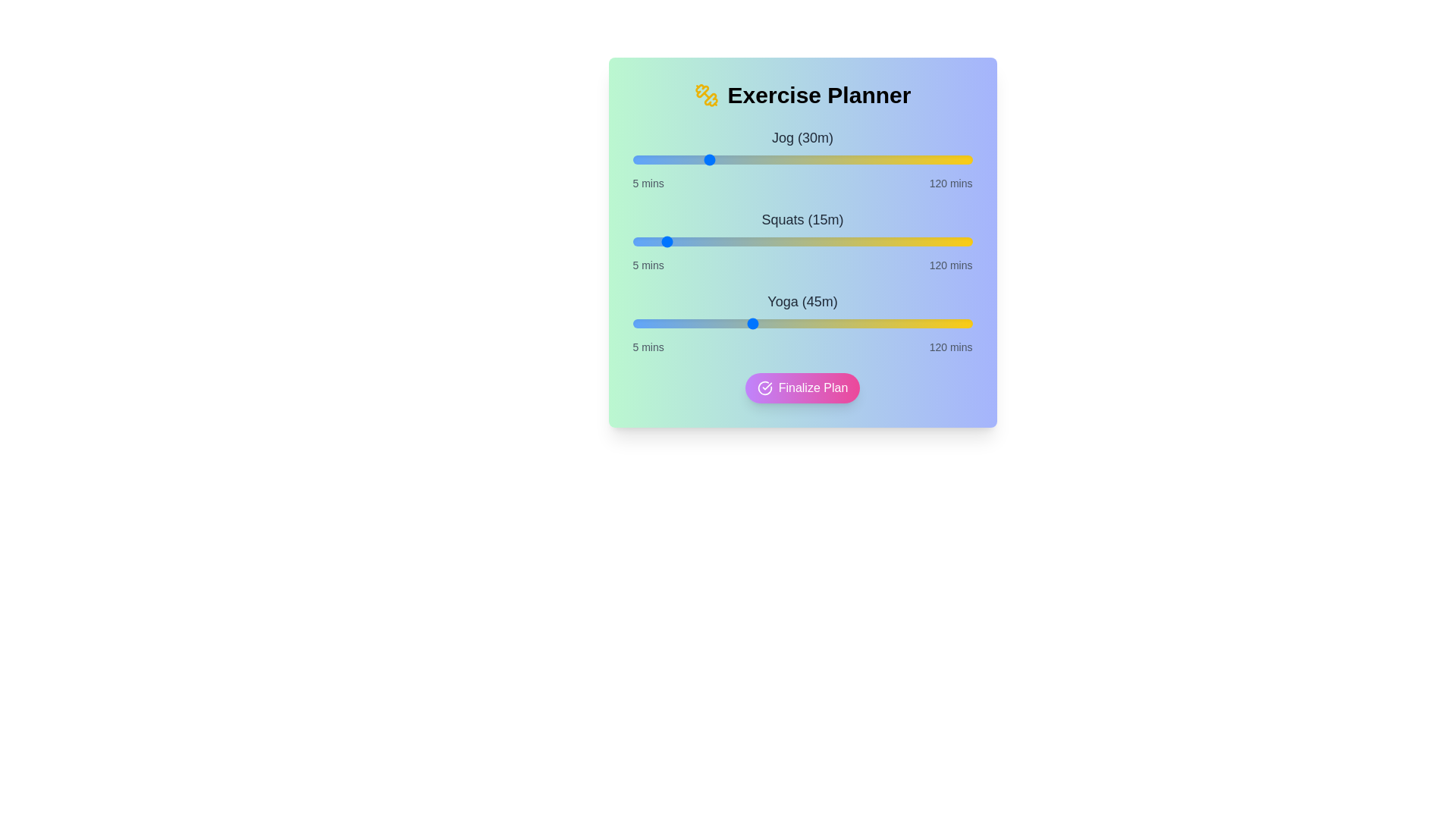  Describe the element at coordinates (700, 160) in the screenshot. I see `the duration of the 0 slider to 28 minutes` at that location.